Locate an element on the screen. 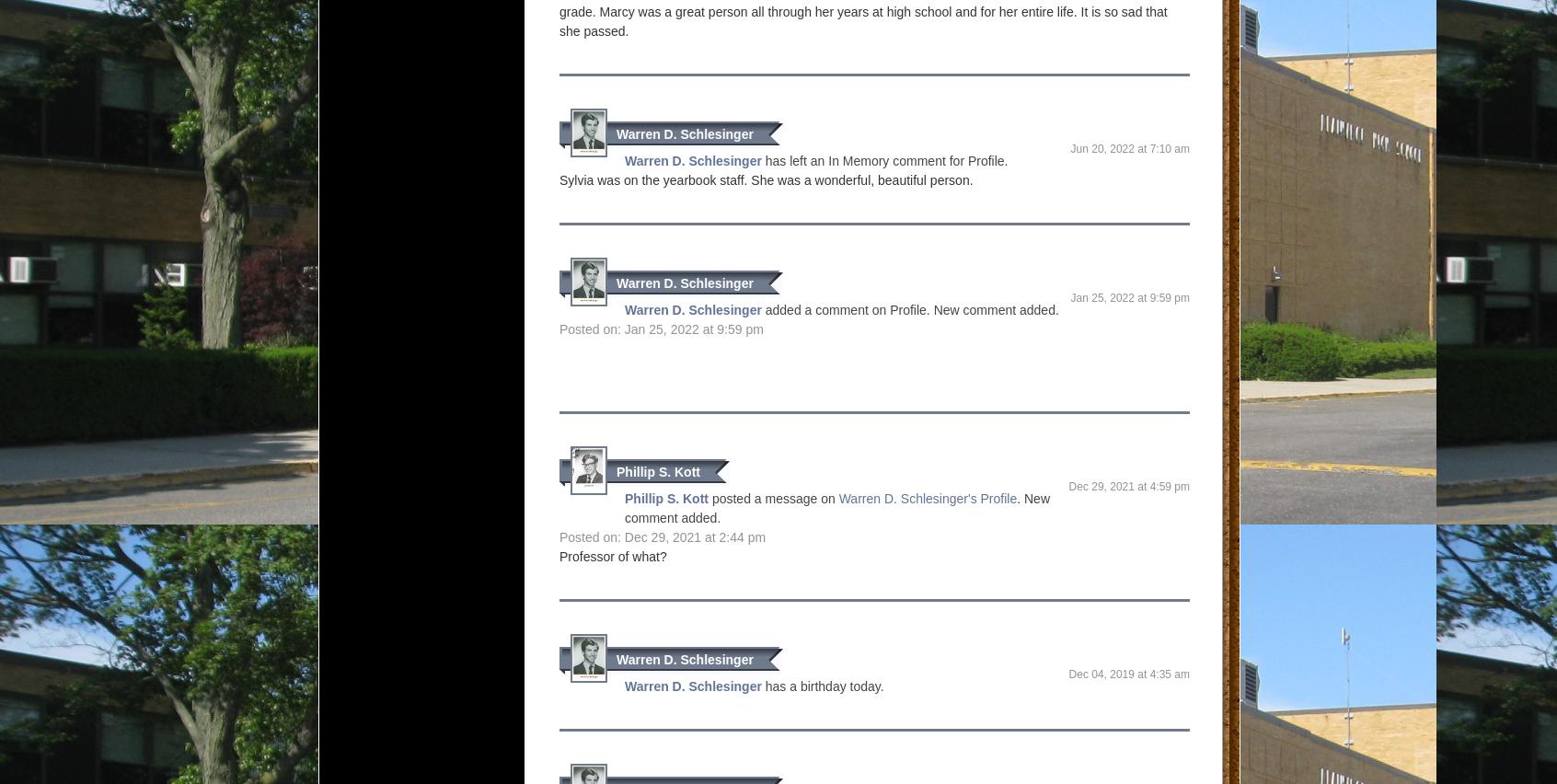 The height and width of the screenshot is (784, 1557). 'Sylvia was on the yearbook staff. She was a wonderful, beautiful person.' is located at coordinates (766, 179).